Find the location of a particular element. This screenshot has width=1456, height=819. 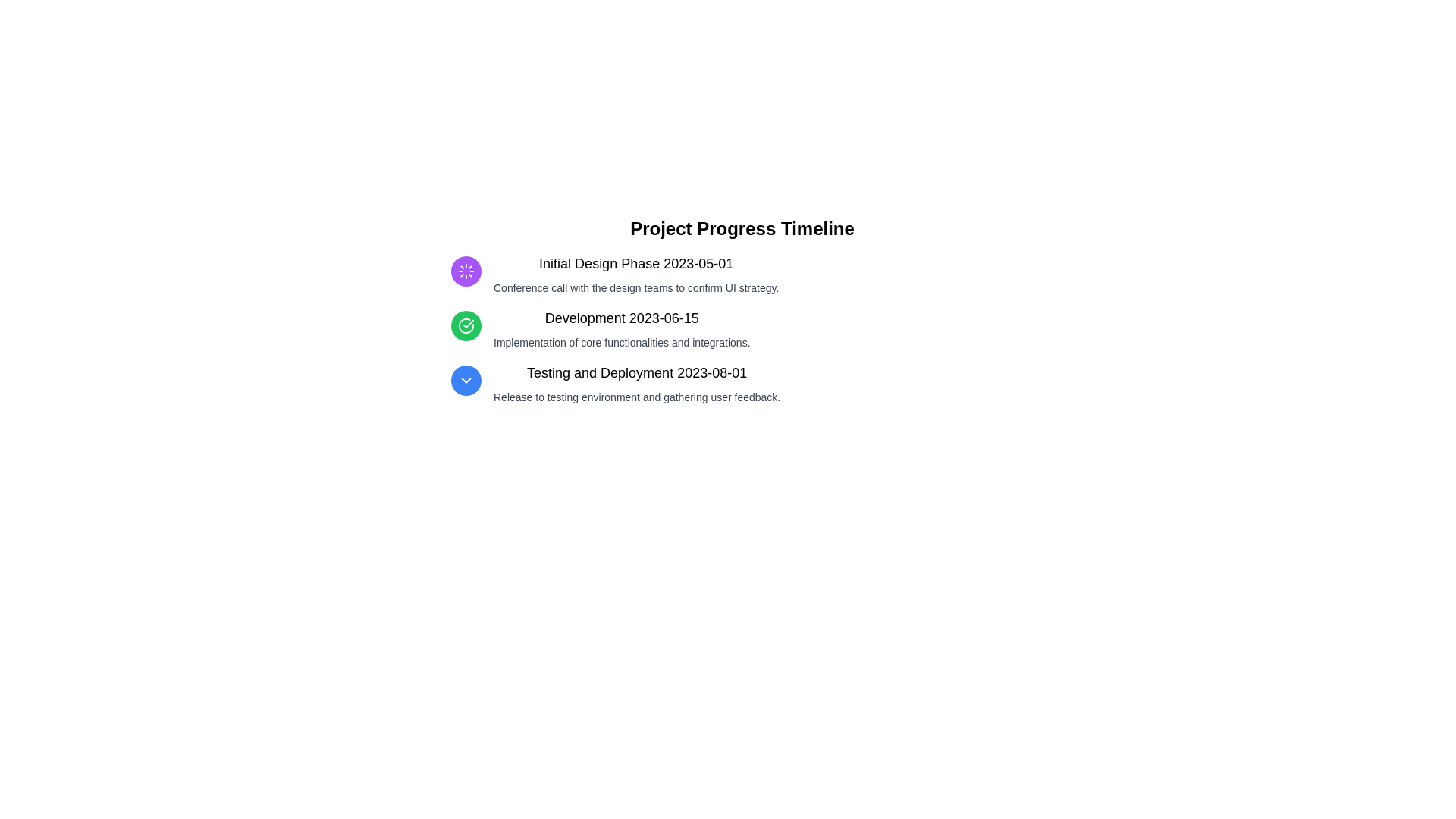

the List Item with Icon and Text that includes the title 'Testing and Deployment 2023-08-01' and a blue circle icon on the left, located at the bottom of the list is located at coordinates (742, 382).